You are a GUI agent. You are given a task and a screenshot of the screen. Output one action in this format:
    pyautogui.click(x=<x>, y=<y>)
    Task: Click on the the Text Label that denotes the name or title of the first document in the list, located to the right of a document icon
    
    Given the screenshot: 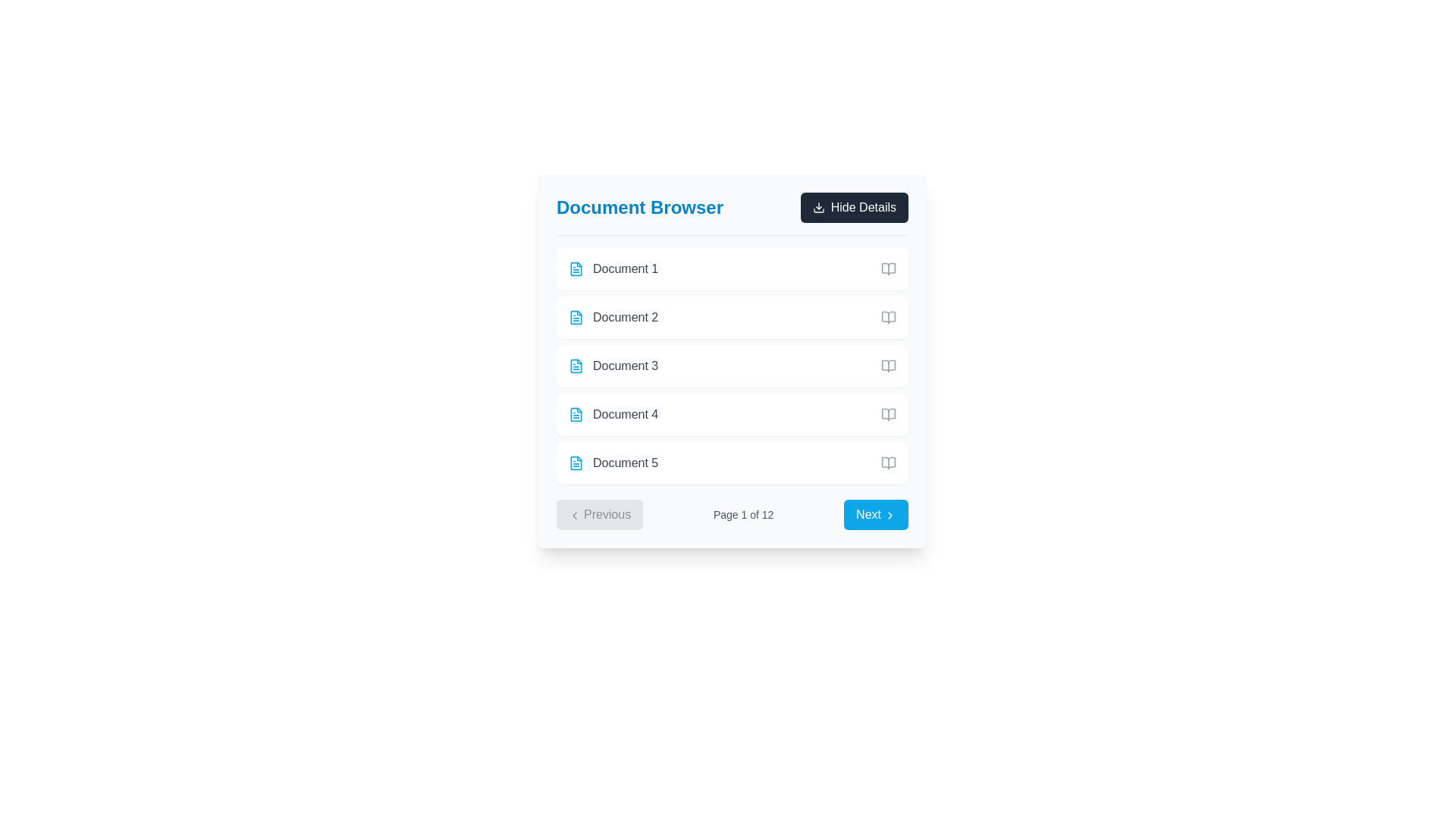 What is the action you would take?
    pyautogui.click(x=626, y=268)
    